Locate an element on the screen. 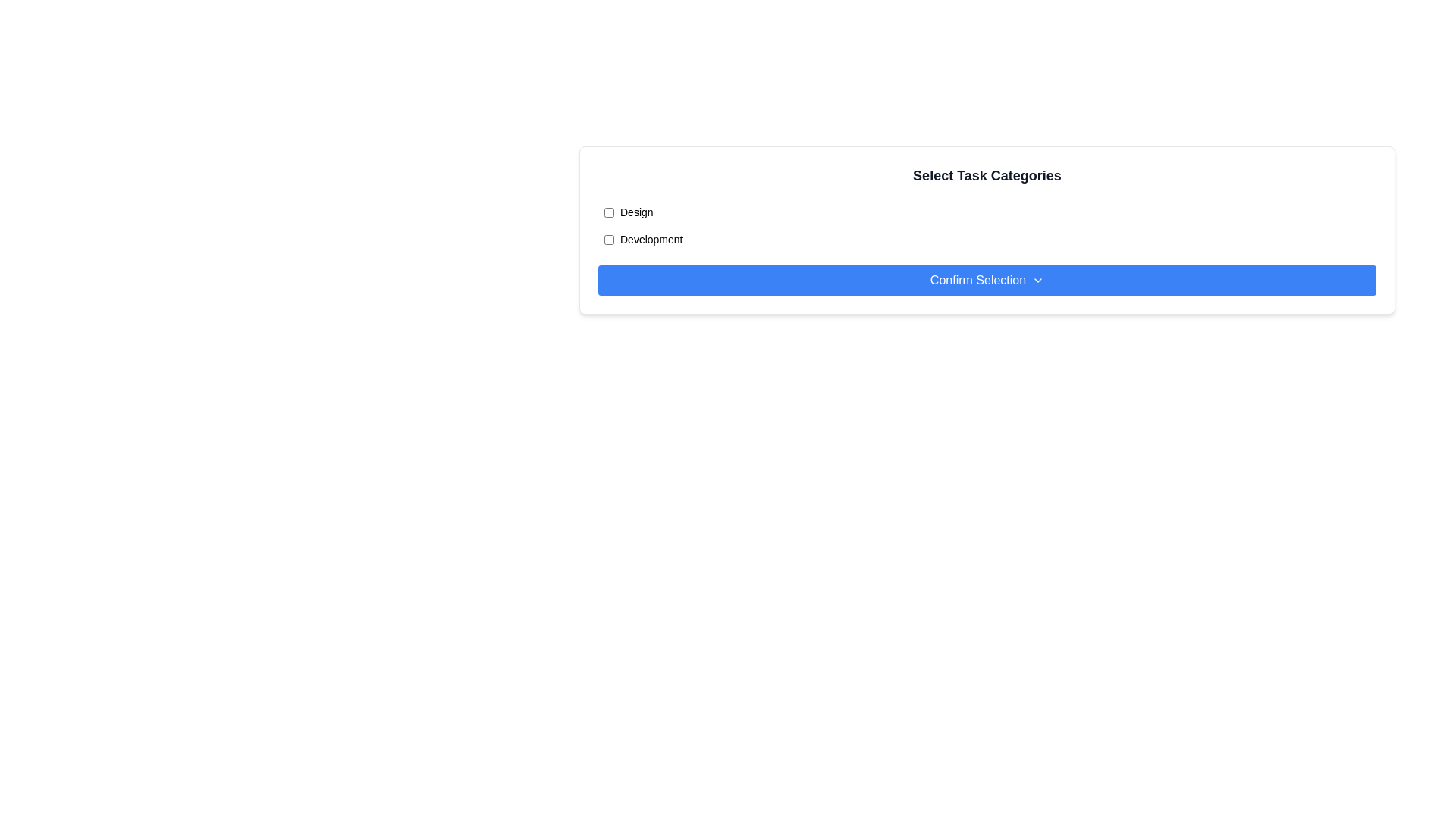 Image resolution: width=1456 pixels, height=819 pixels. the small square checkbox located to the left of the text 'Development' is located at coordinates (609, 239).